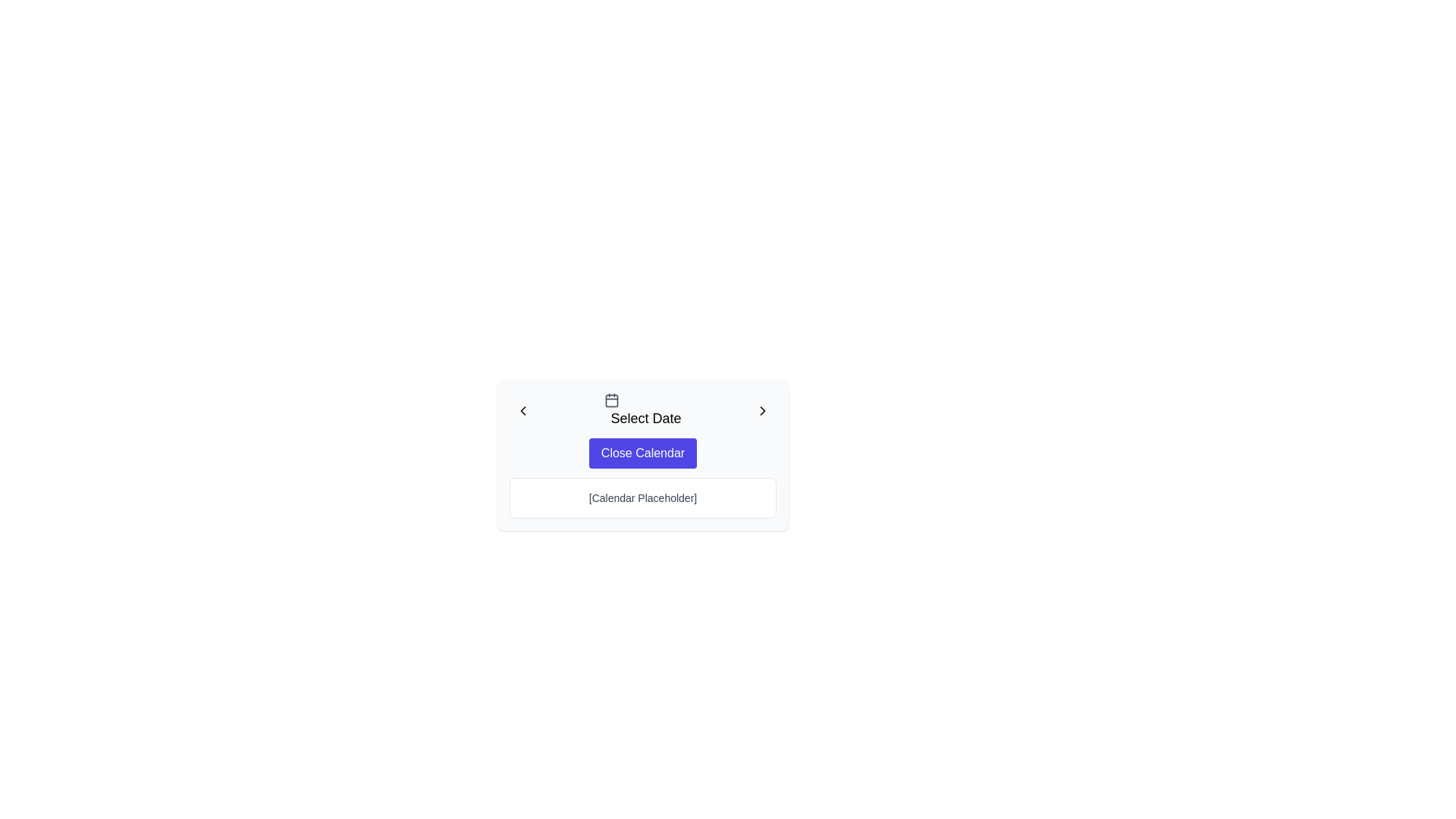 The height and width of the screenshot is (819, 1456). Describe the element at coordinates (643, 455) in the screenshot. I see `the purple rectangular button labeled 'Close Calendar'` at that location.